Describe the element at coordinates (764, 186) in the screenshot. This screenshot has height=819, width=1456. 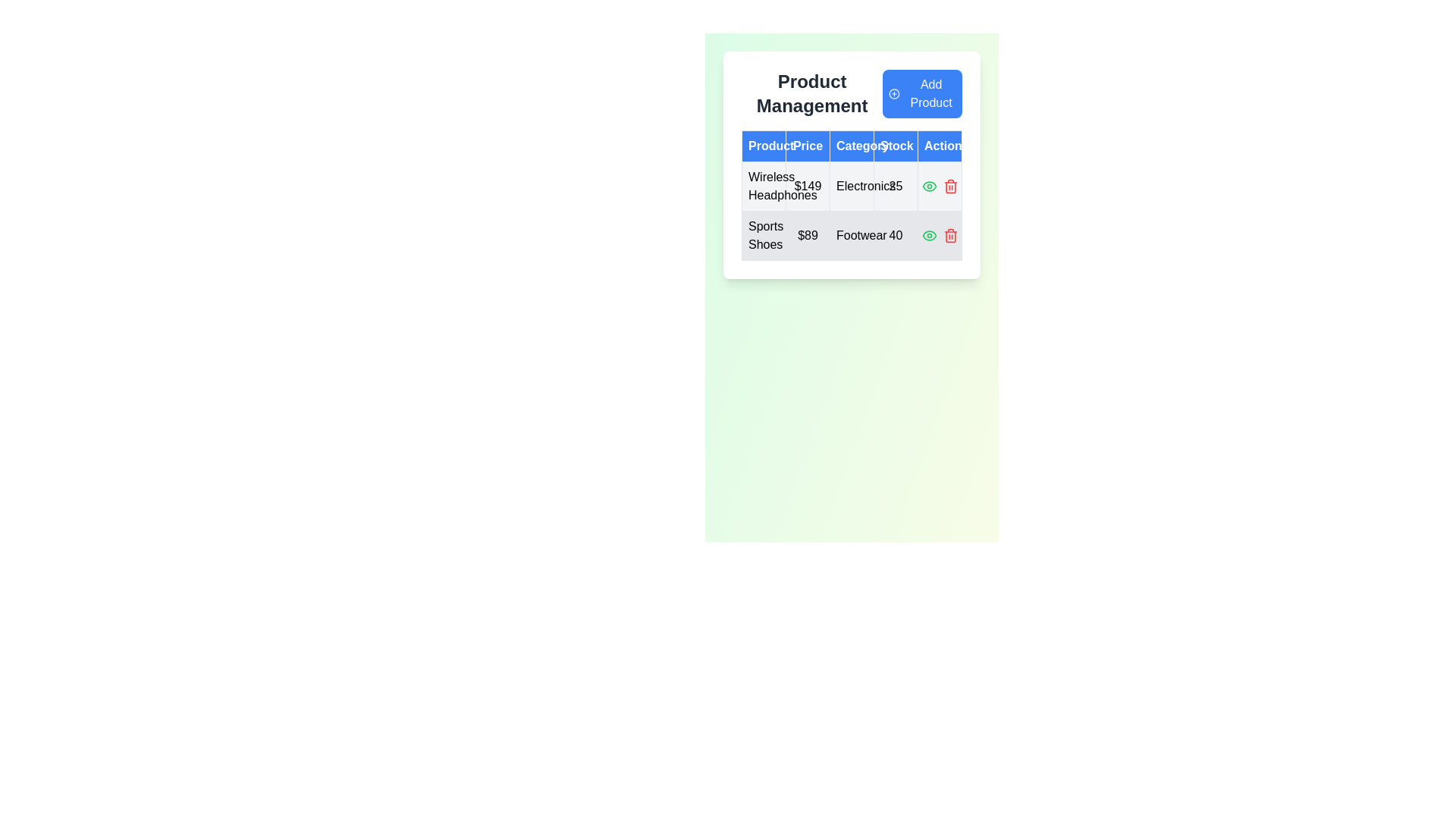
I see `the Text label displaying the product name, located in the first row of the table under the 'Product' heading` at that location.